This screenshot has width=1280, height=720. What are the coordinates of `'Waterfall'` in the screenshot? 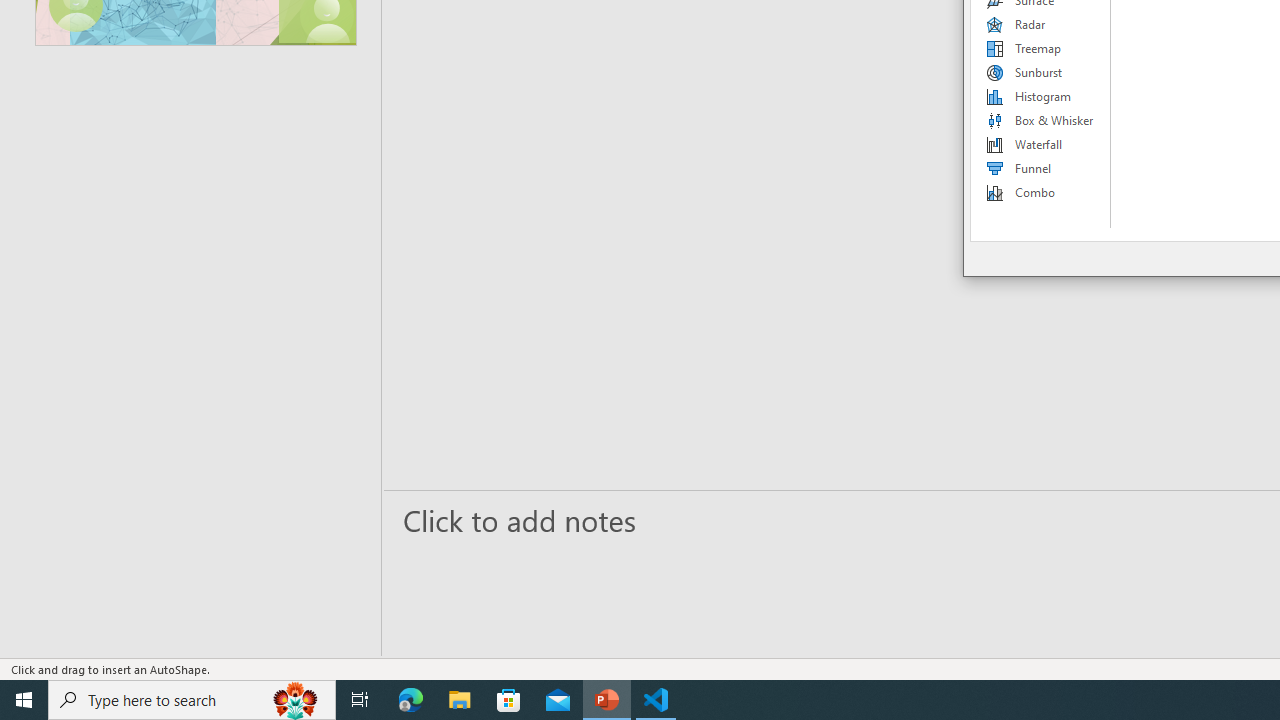 It's located at (1040, 144).